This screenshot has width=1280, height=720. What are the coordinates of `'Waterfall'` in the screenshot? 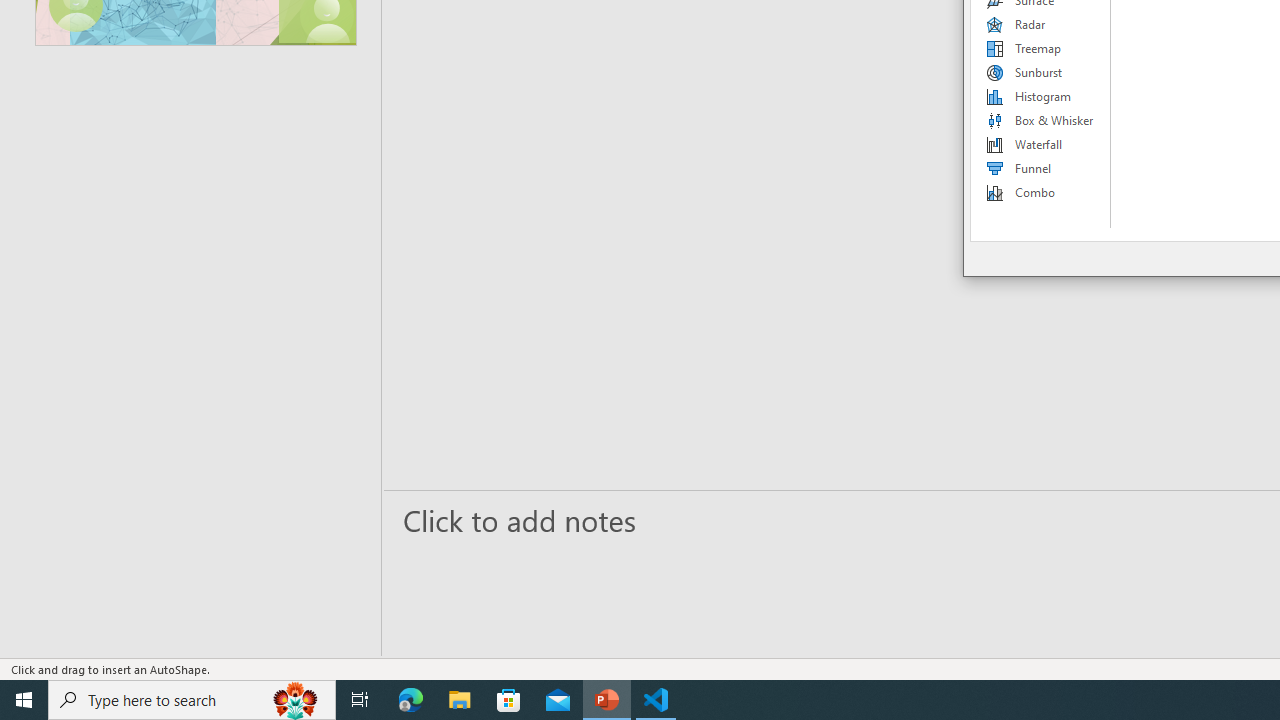 It's located at (1040, 144).